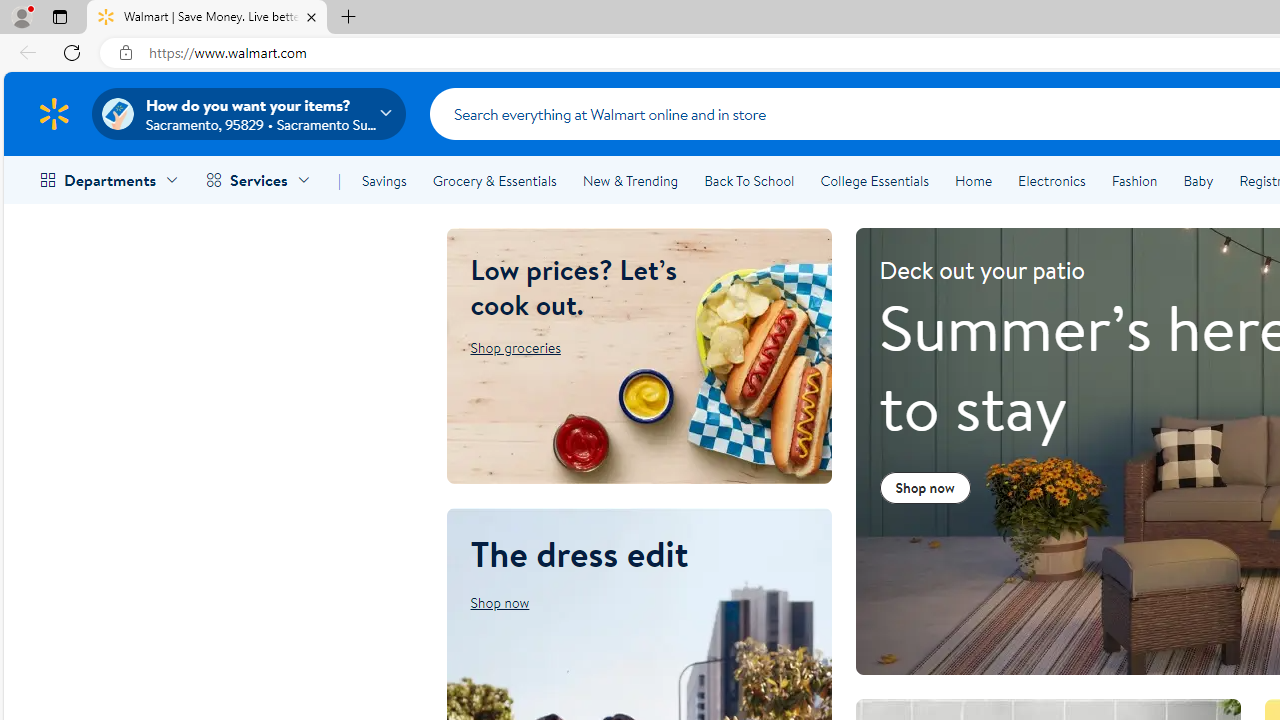 Image resolution: width=1280 pixels, height=720 pixels. Describe the element at coordinates (1134, 181) in the screenshot. I see `'Fashion'` at that location.